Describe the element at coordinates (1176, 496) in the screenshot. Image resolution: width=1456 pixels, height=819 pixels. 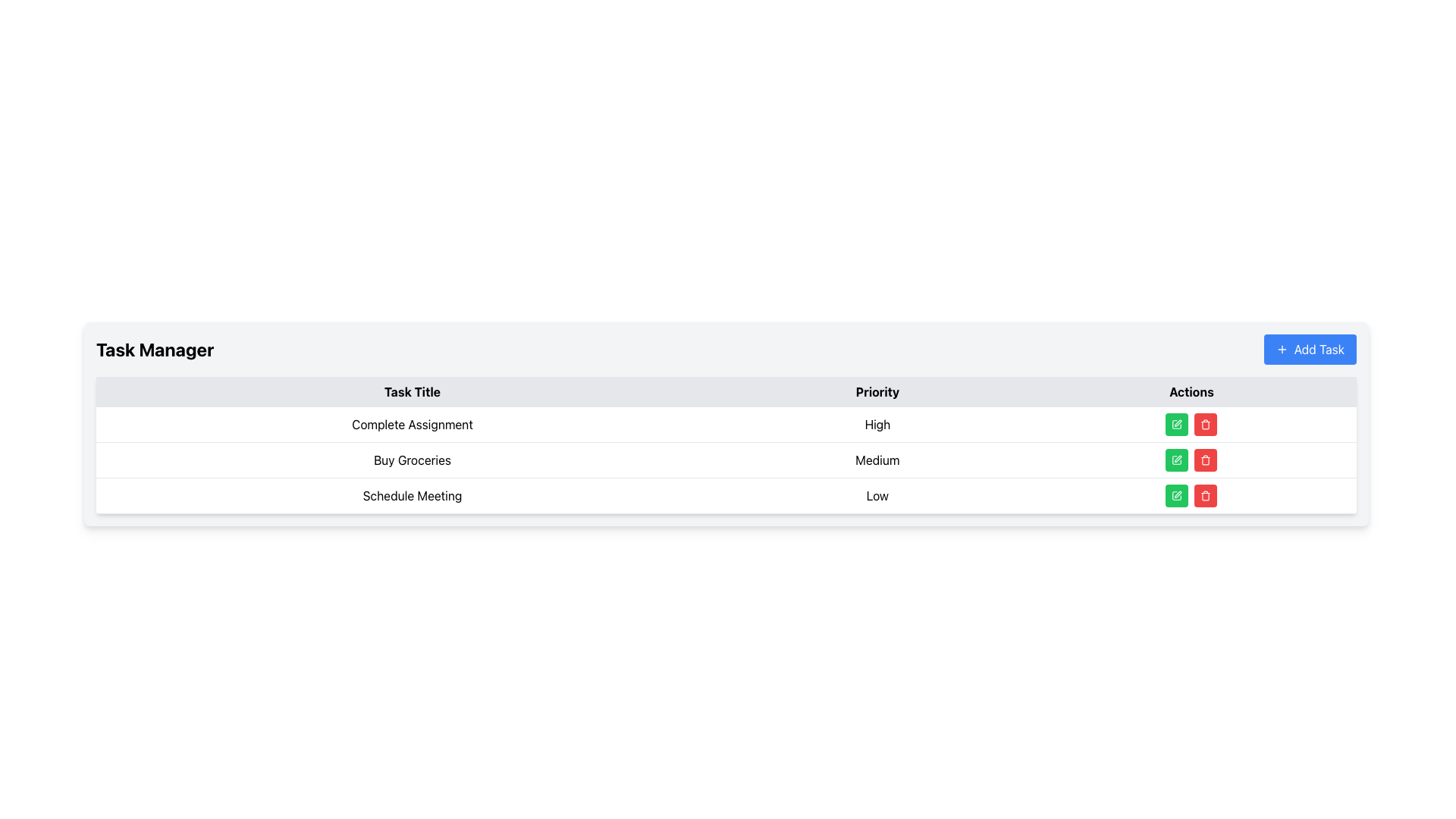
I see `the pen icon button within the Actions column for the Schedule Meeting task` at that location.